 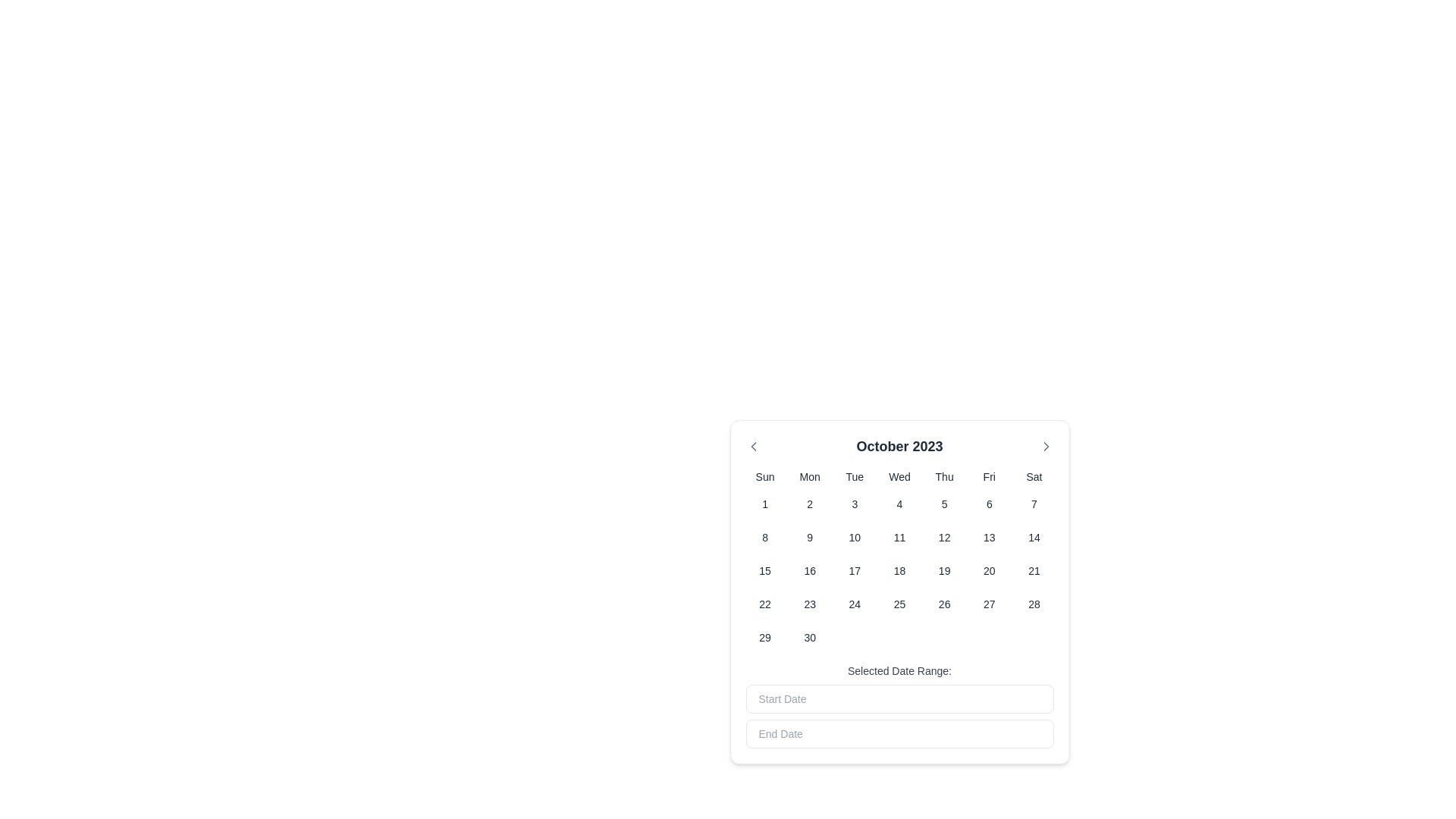 I want to click on the label indicating Thursday in the calendar interface, which is the fifth day abbreviation in the top row of the seven-column grid, so click(x=943, y=475).